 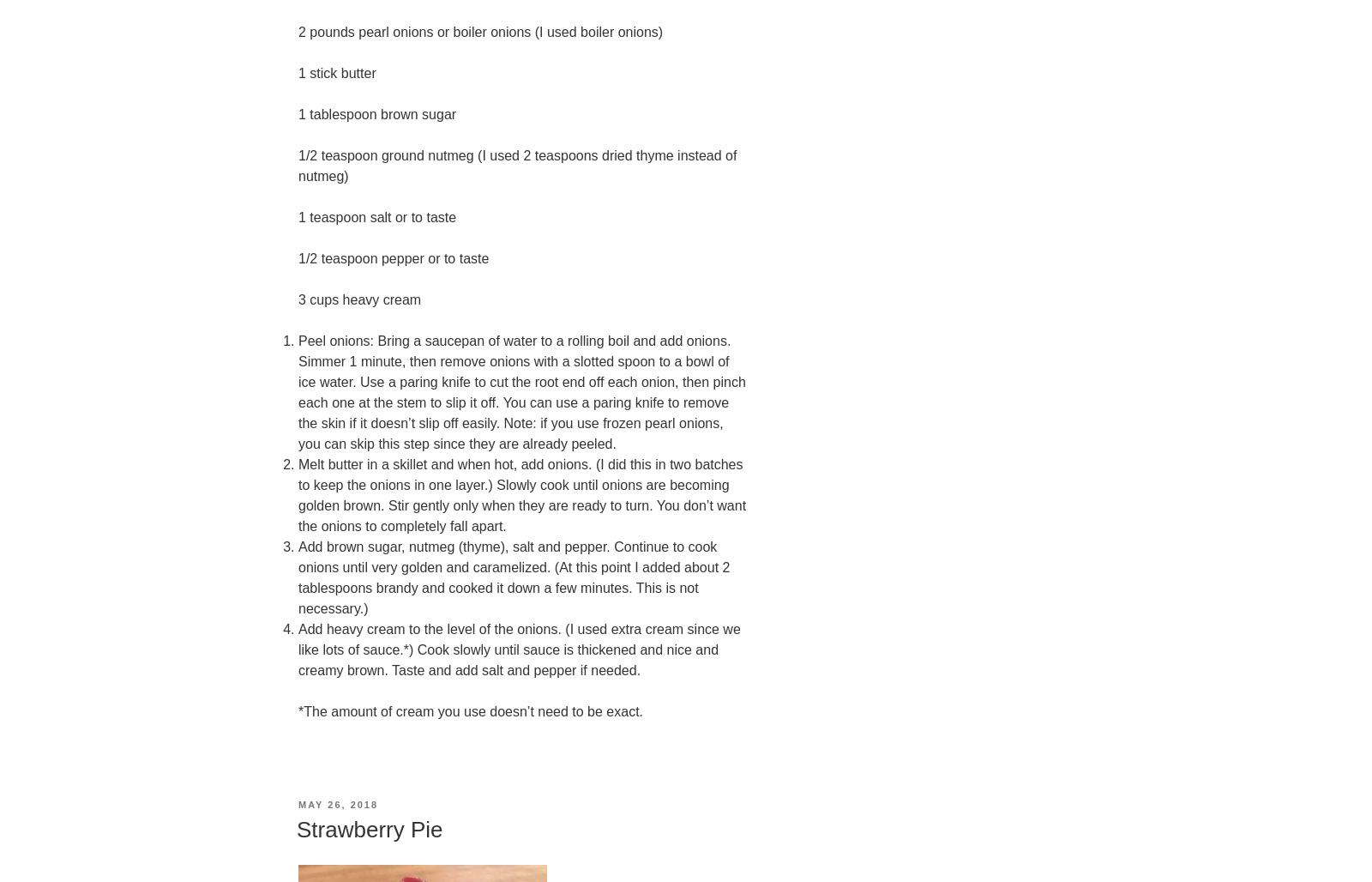 What do you see at coordinates (513, 577) in the screenshot?
I see `'Add brown sugar, nutmeg (thyme), salt and pepper. Continue to cook onions until very golden and caramelized. (At this point I added about 2 tablespoons brandy and cooked it down a few minutes. This is not necessary.)'` at bounding box center [513, 577].